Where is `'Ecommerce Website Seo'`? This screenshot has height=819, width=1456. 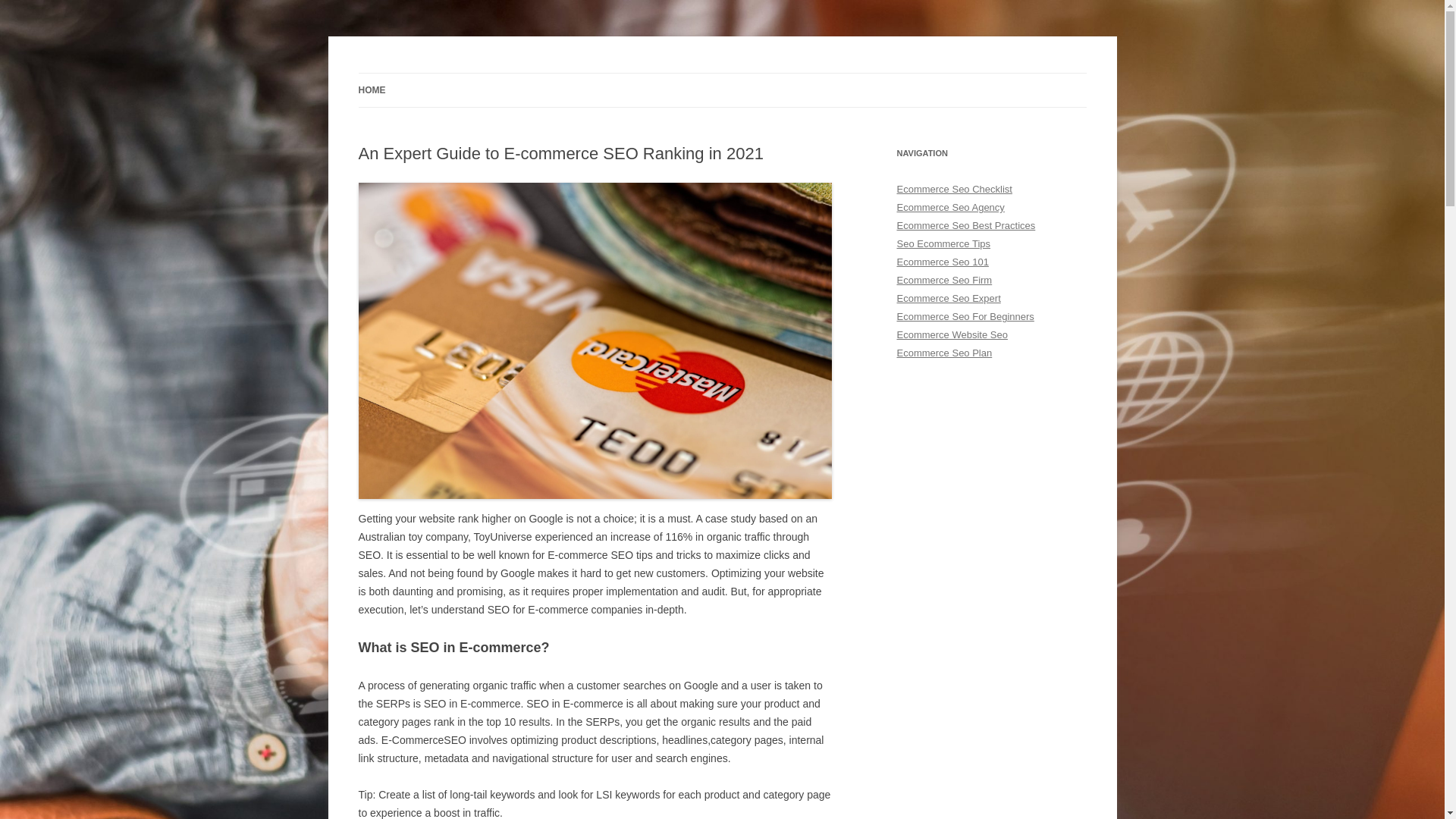
'Ecommerce Website Seo' is located at coordinates (950, 334).